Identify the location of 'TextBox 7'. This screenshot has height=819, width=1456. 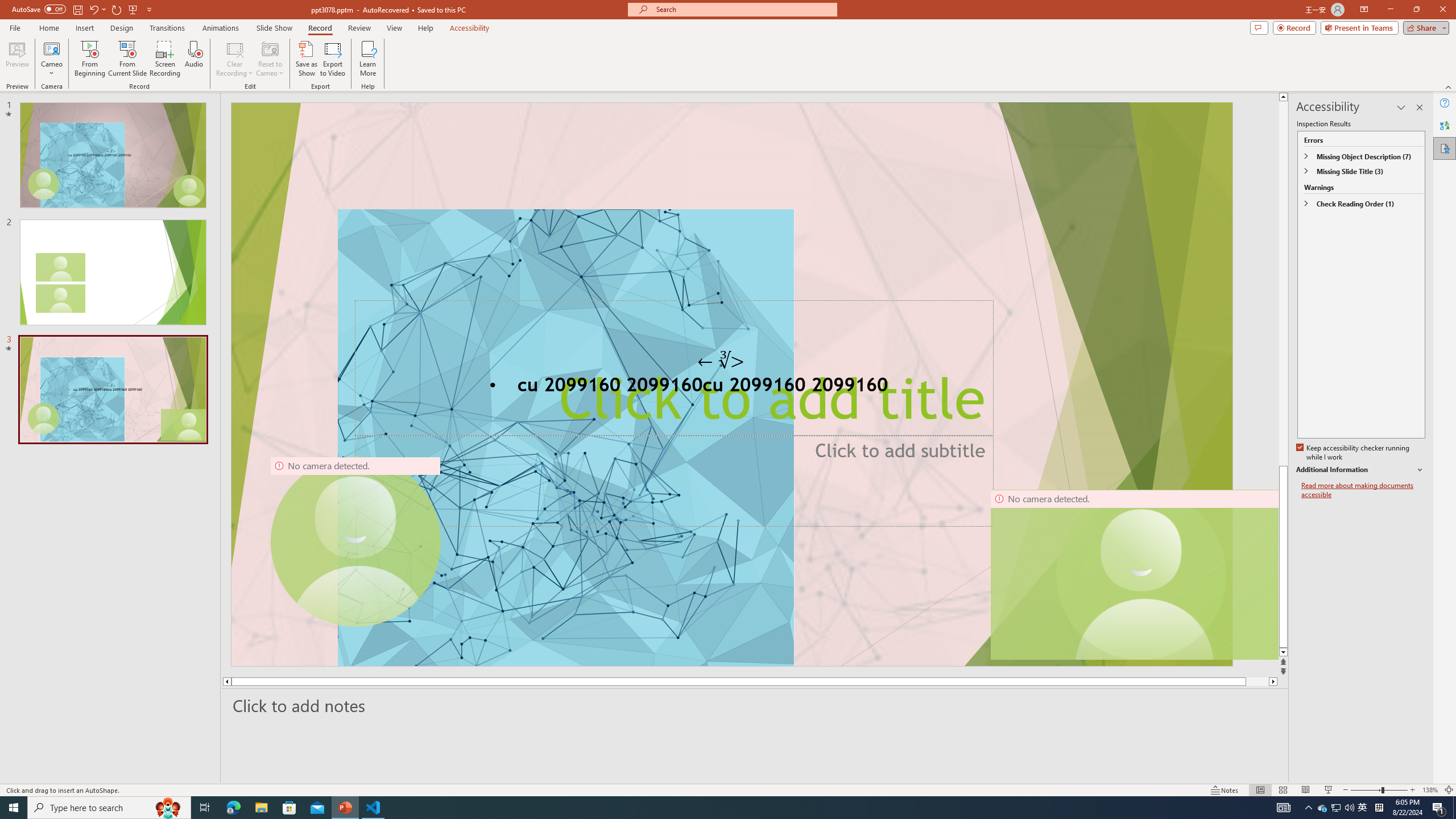
(721, 360).